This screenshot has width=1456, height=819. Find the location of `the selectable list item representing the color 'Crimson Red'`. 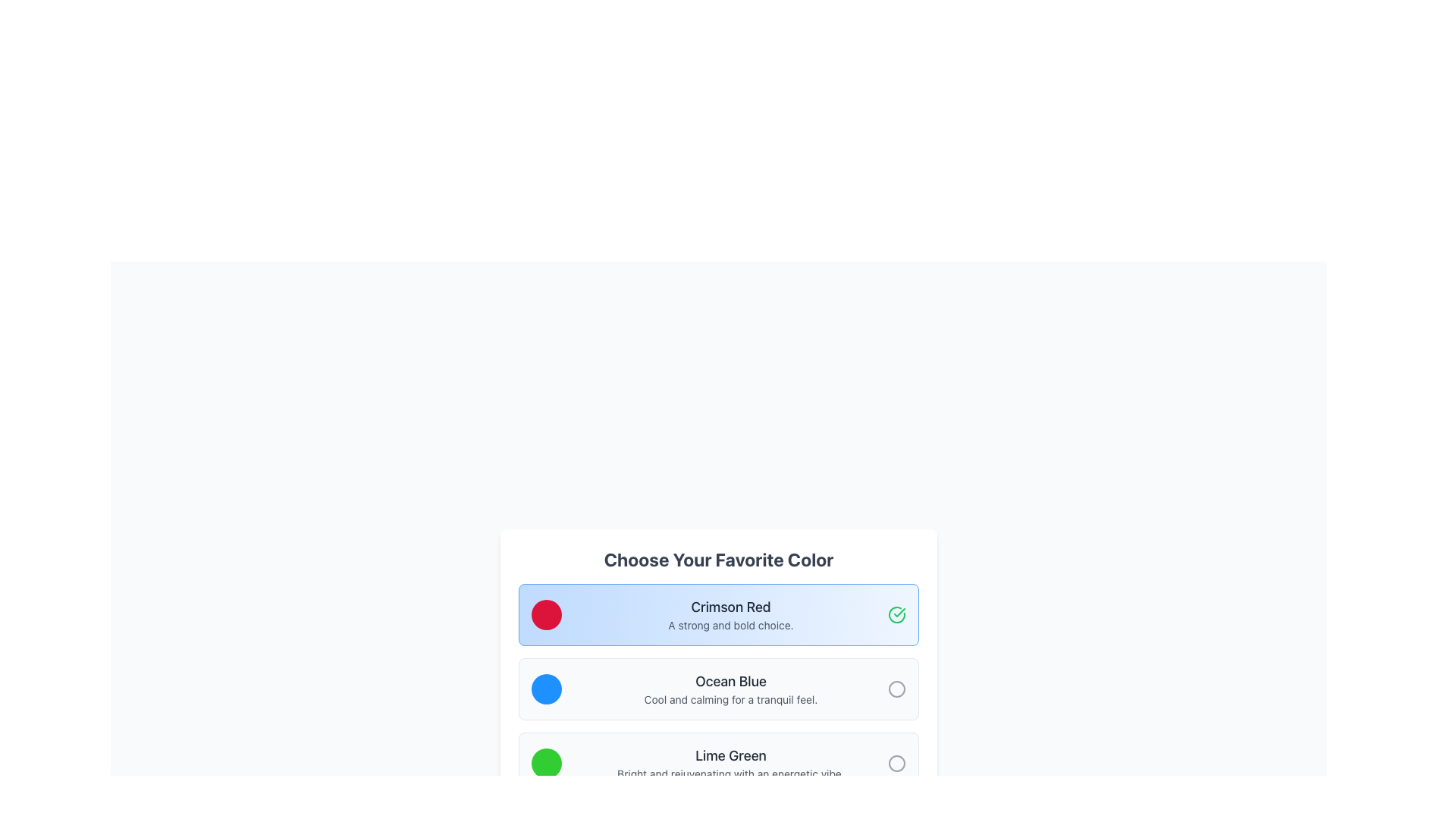

the selectable list item representing the color 'Crimson Red' is located at coordinates (718, 614).